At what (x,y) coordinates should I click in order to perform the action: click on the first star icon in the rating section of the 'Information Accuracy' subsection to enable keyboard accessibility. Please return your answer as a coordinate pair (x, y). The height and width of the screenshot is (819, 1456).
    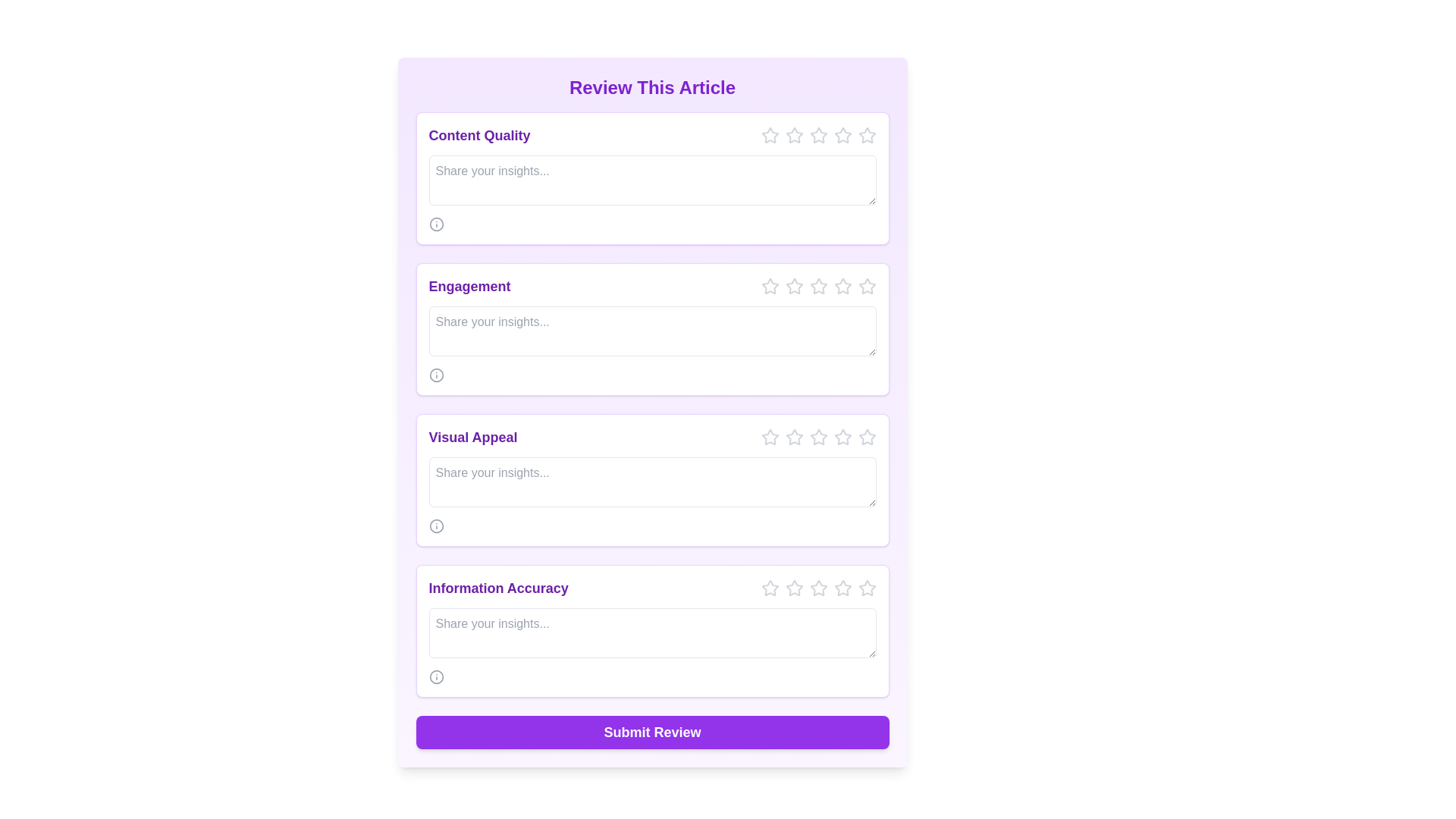
    Looking at the image, I should click on (793, 587).